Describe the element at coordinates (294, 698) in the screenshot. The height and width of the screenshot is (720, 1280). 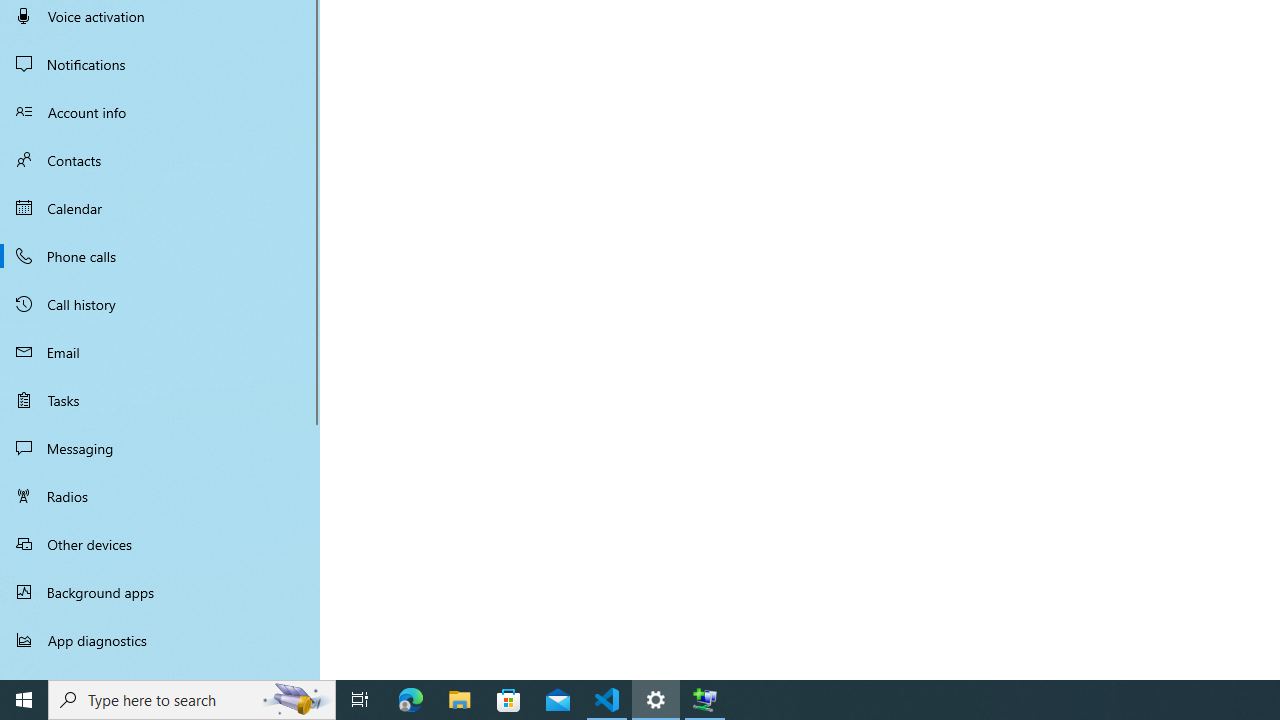
I see `'Search highlights icon opens search home window'` at that location.